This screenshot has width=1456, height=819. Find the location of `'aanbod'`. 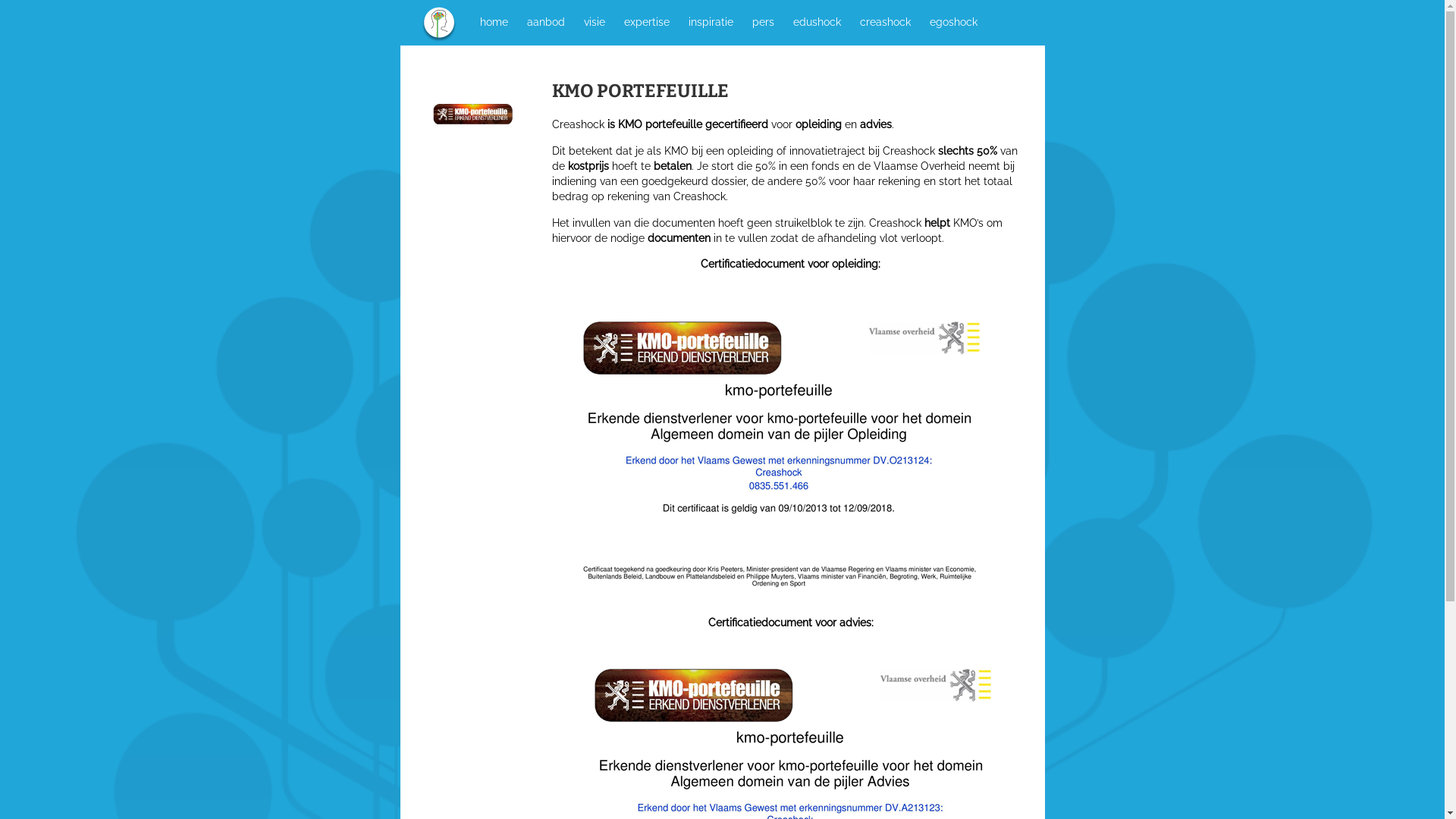

'aanbod' is located at coordinates (546, 21).